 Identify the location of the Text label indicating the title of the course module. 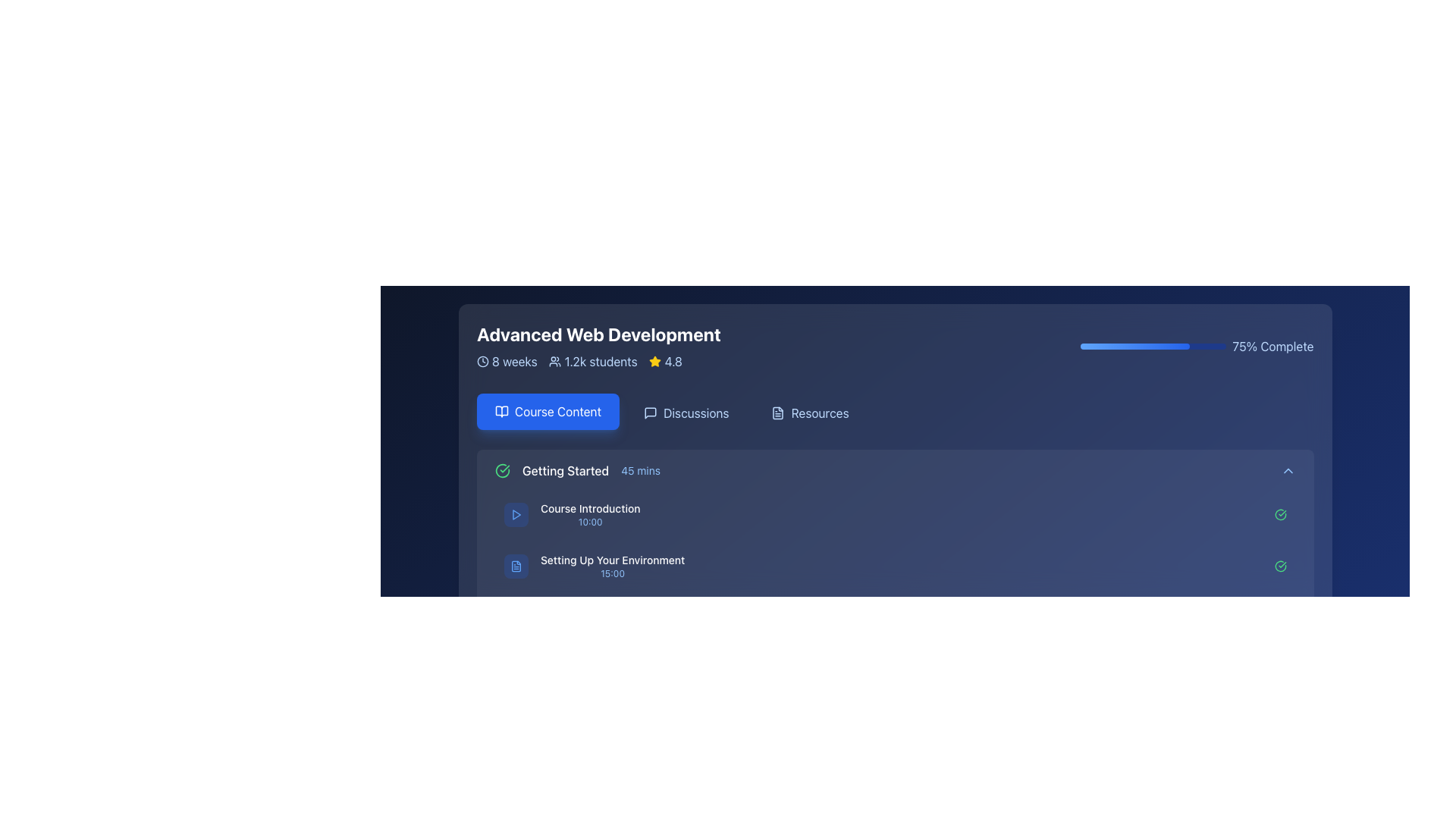
(564, 470).